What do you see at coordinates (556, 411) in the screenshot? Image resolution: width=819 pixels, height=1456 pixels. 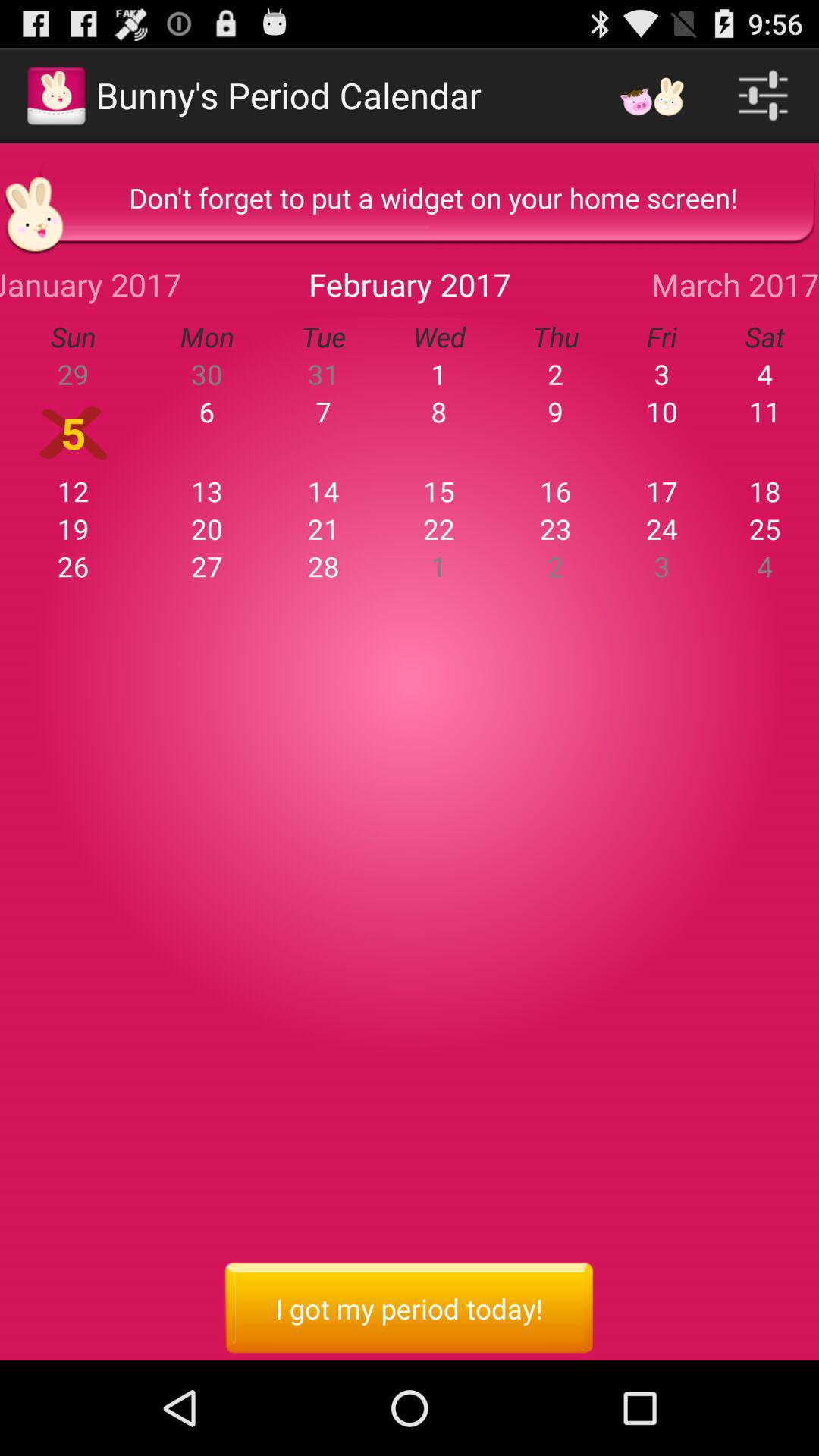 I see `9 item` at bounding box center [556, 411].